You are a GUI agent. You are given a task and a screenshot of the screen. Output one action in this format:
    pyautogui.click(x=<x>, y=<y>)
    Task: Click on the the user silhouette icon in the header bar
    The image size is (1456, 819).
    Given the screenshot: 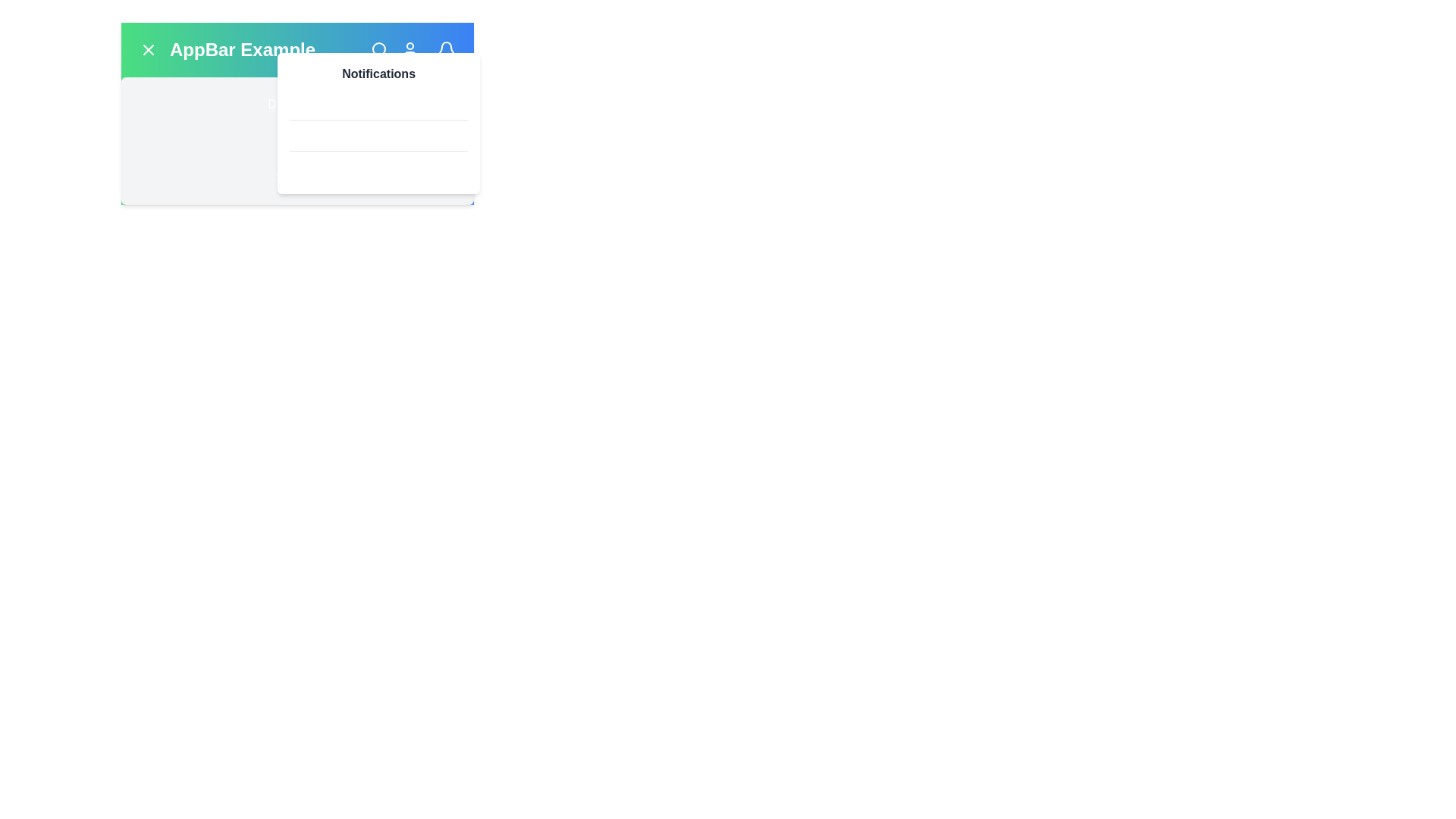 What is the action you would take?
    pyautogui.click(x=410, y=49)
    